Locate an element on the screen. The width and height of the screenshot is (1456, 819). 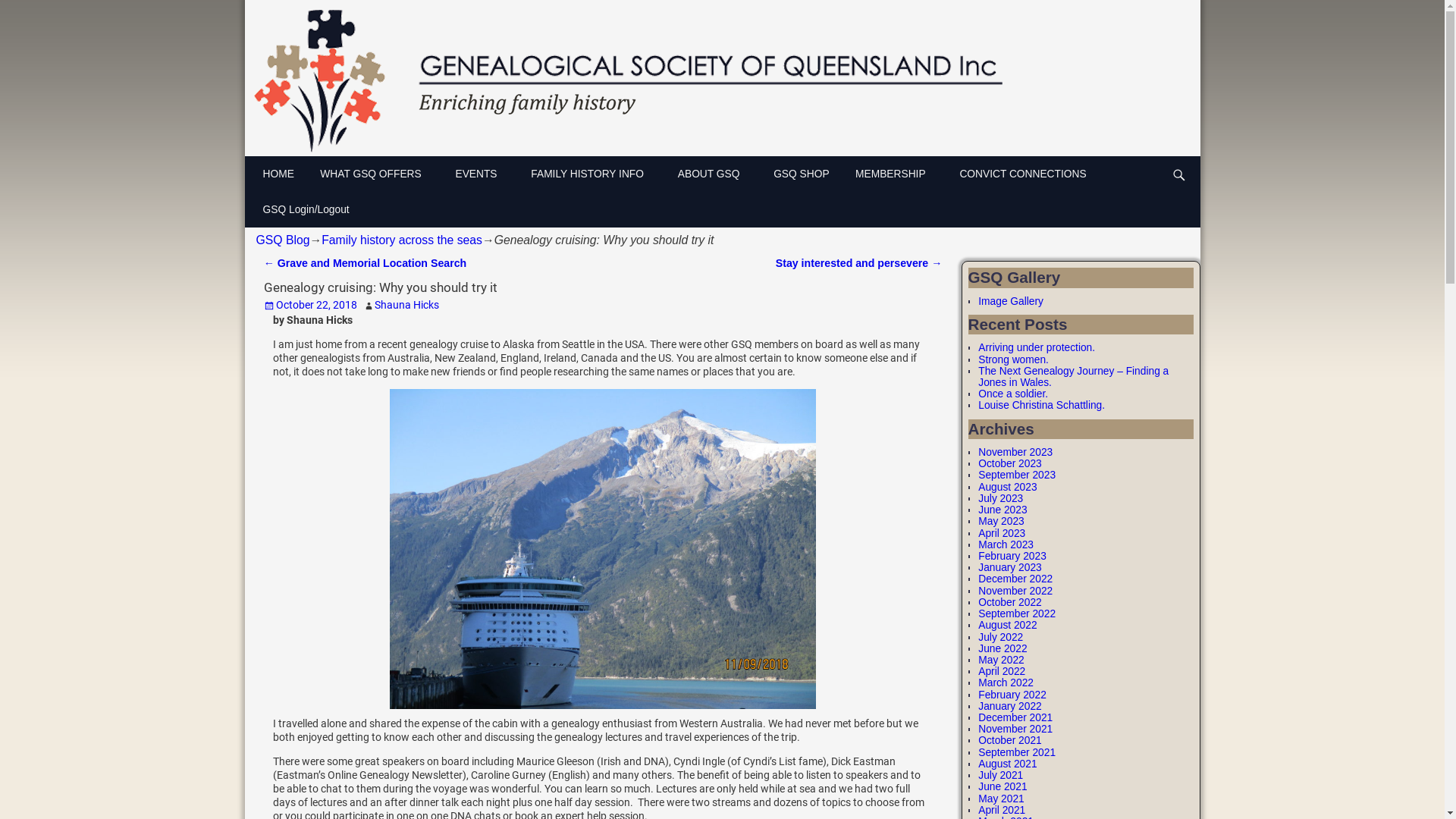
'December 2021' is located at coordinates (1015, 717).